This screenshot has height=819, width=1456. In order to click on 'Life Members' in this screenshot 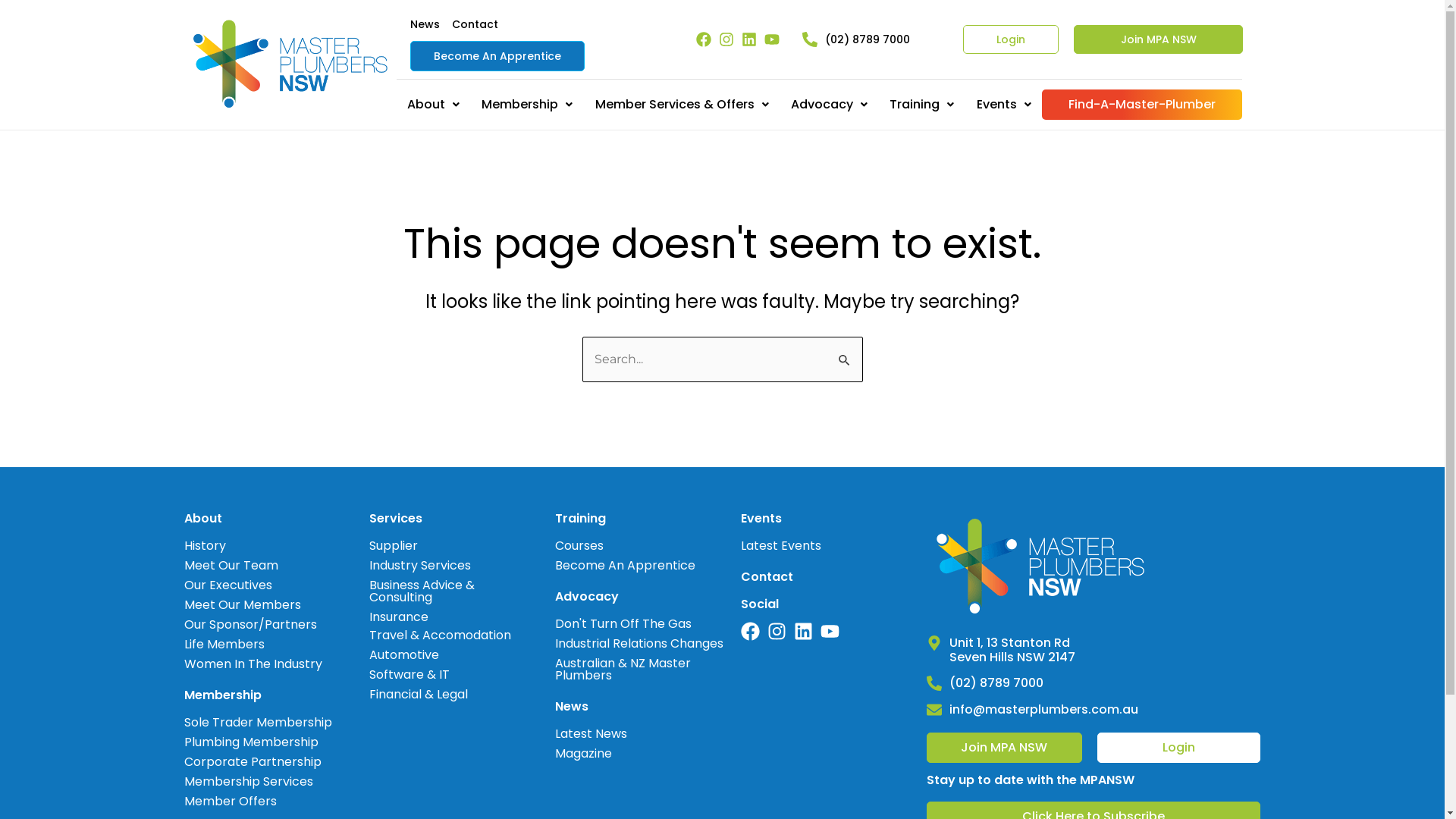, I will do `click(252, 644)`.